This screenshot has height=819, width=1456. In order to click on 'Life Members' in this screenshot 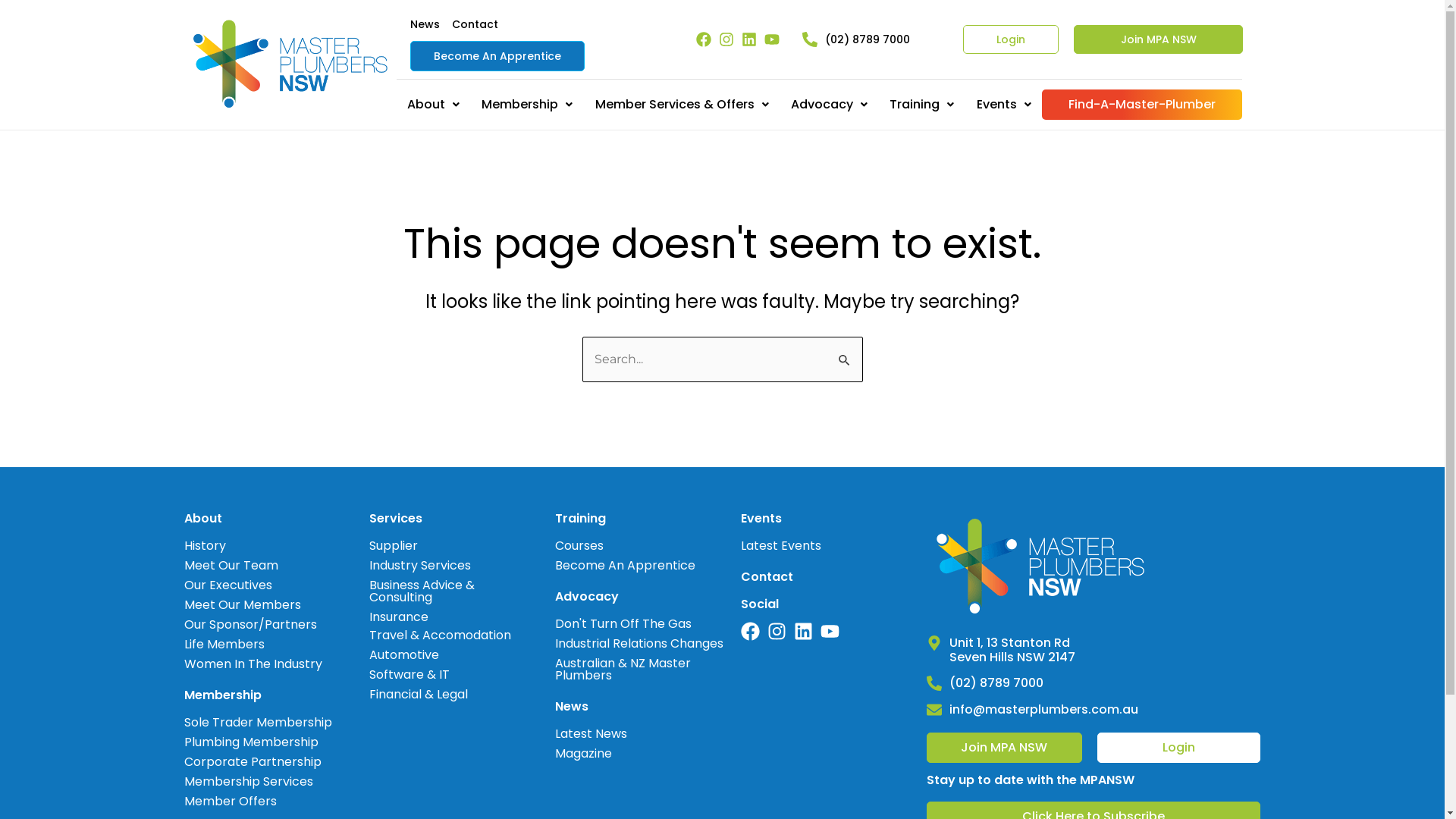, I will do `click(252, 644)`.